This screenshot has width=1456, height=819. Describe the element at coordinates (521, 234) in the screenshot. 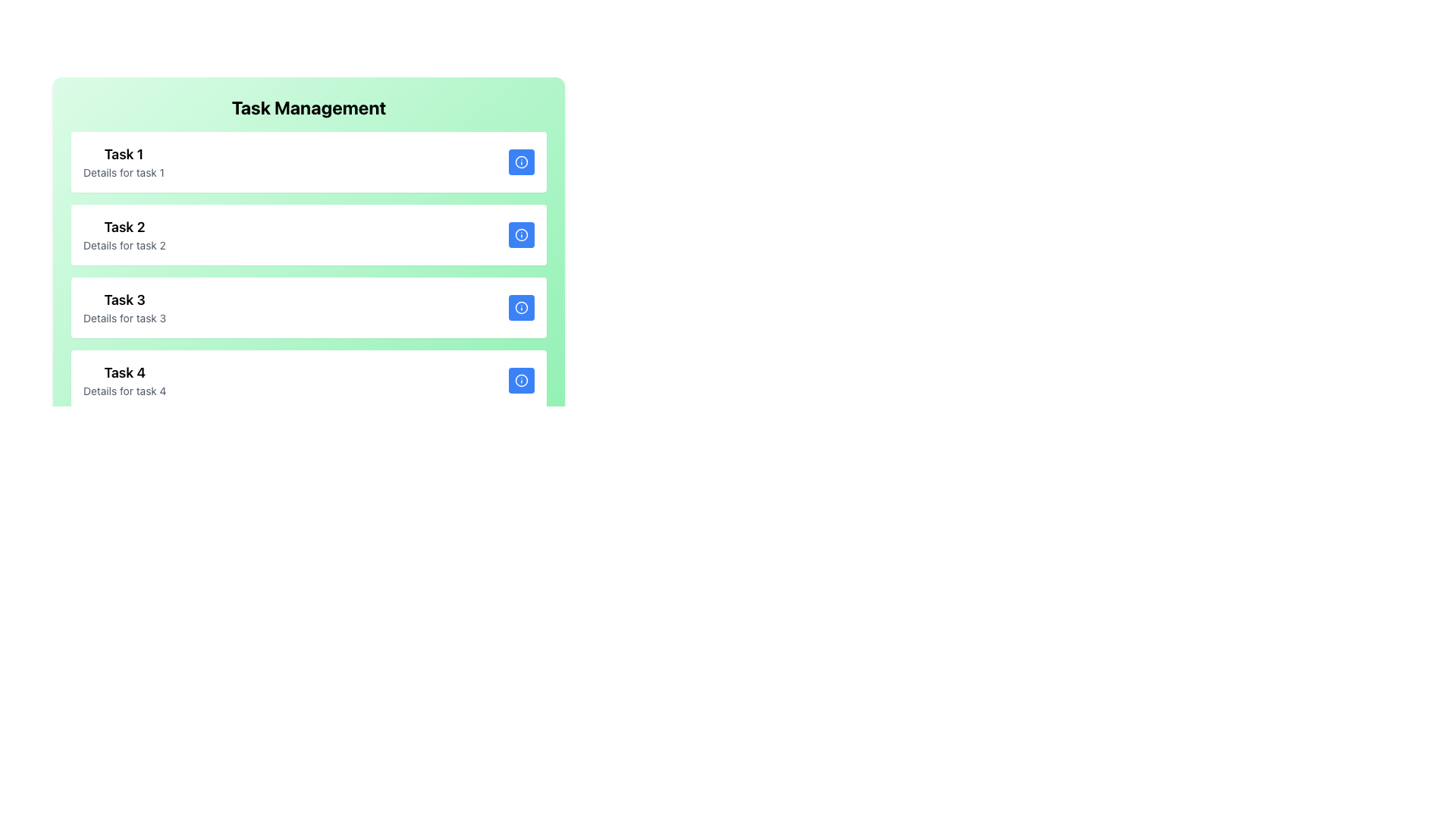

I see `the blue button with white text associated with 'Task 2' to observe its hover effect` at that location.